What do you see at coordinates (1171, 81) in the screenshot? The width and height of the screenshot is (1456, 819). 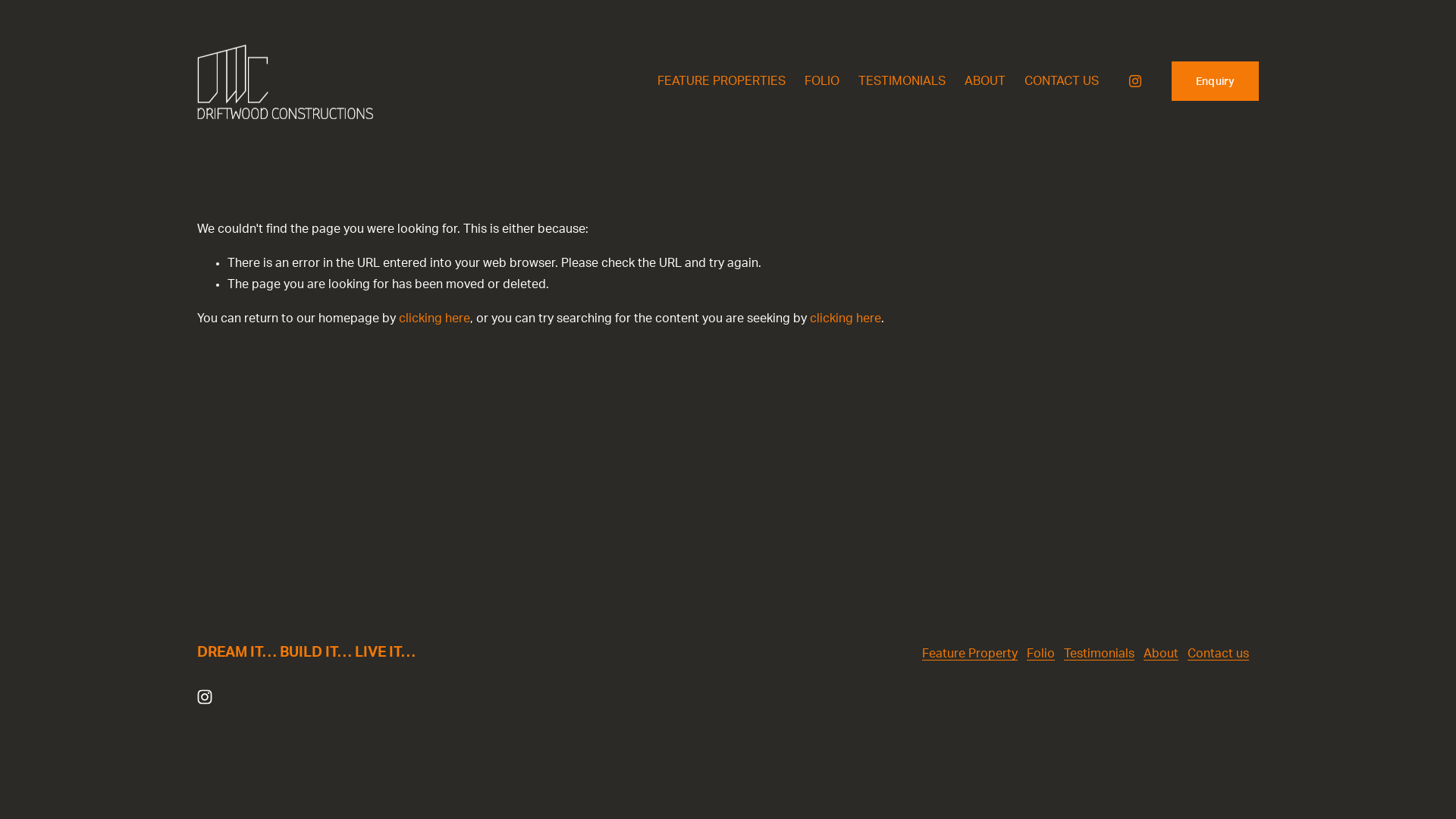 I see `'Enquiry'` at bounding box center [1171, 81].